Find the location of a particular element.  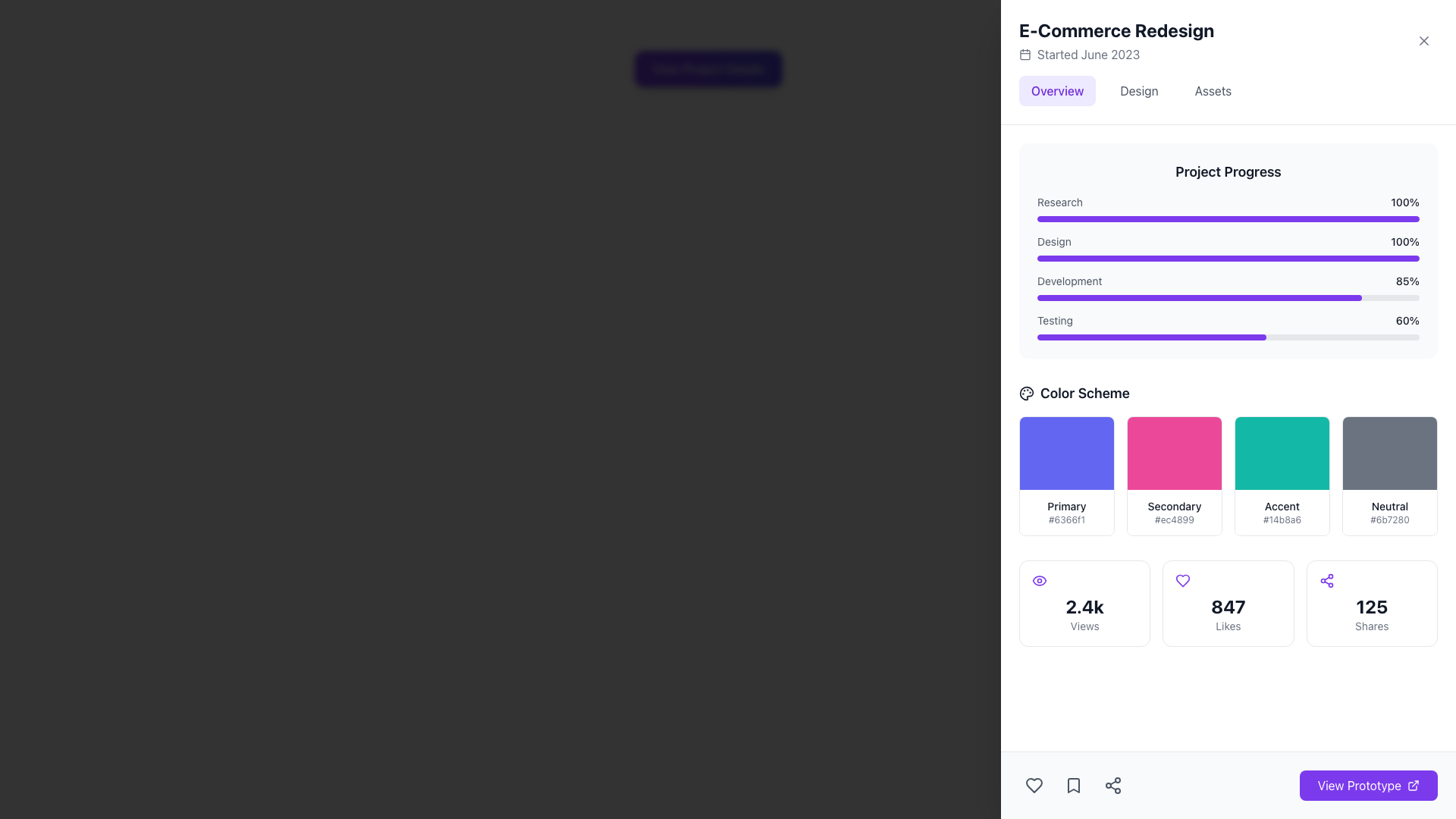

the button located in the bottom right corner of the layout, adjacent to the heart, bookmark, and share icons is located at coordinates (1228, 785).